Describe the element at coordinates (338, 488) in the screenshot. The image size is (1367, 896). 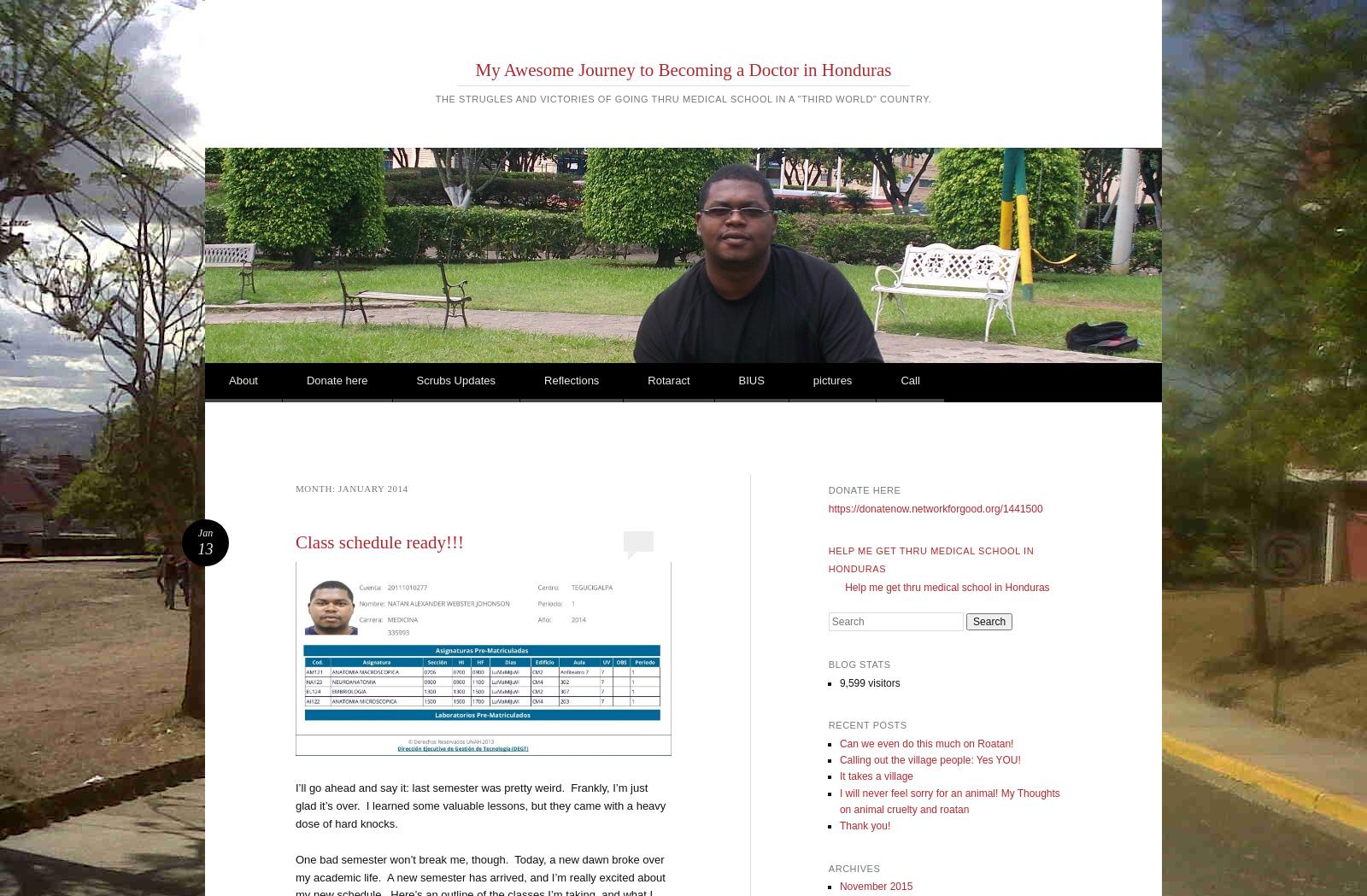
I see `'January 2014'` at that location.